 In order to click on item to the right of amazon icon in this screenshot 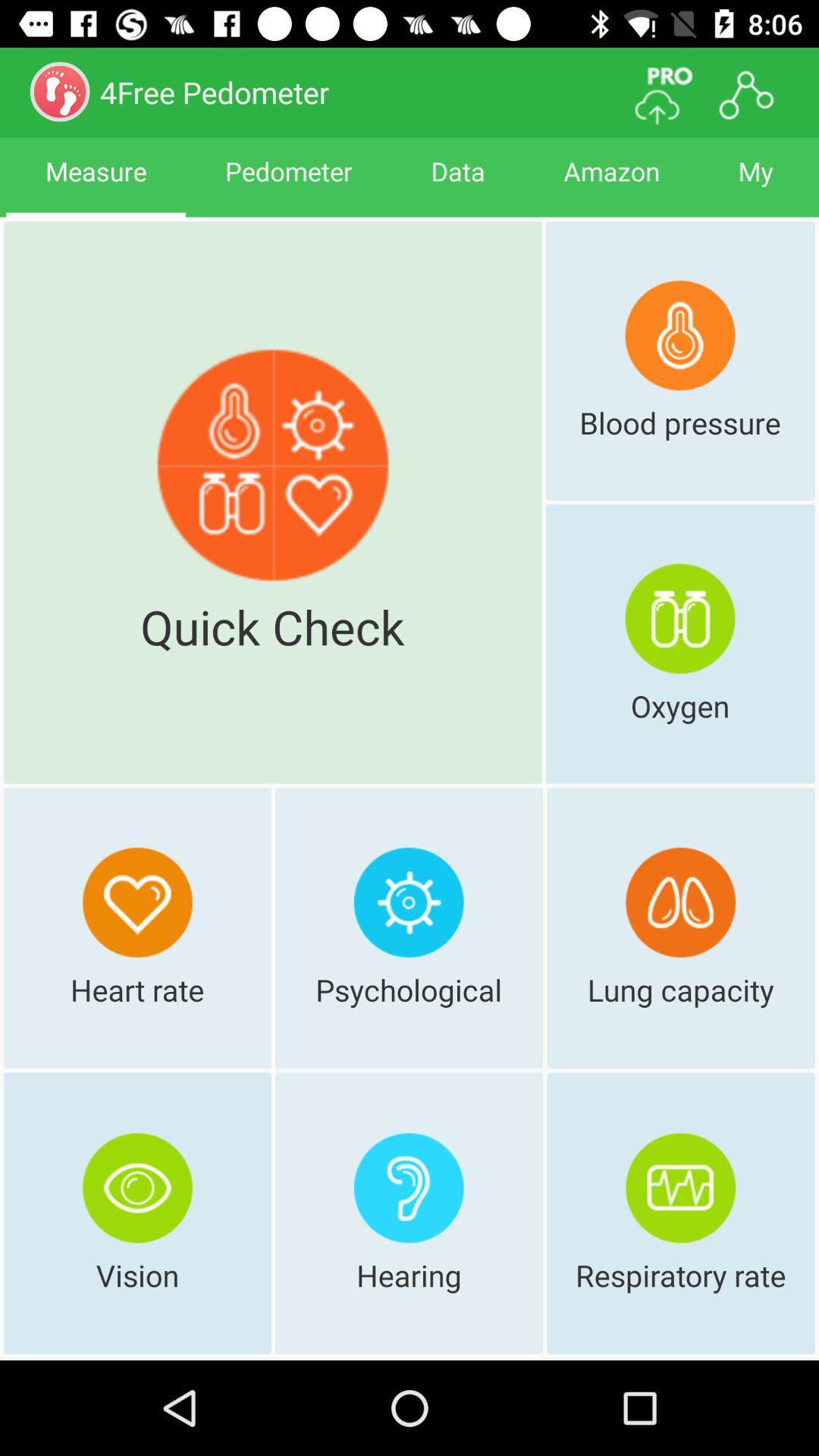, I will do `click(755, 184)`.